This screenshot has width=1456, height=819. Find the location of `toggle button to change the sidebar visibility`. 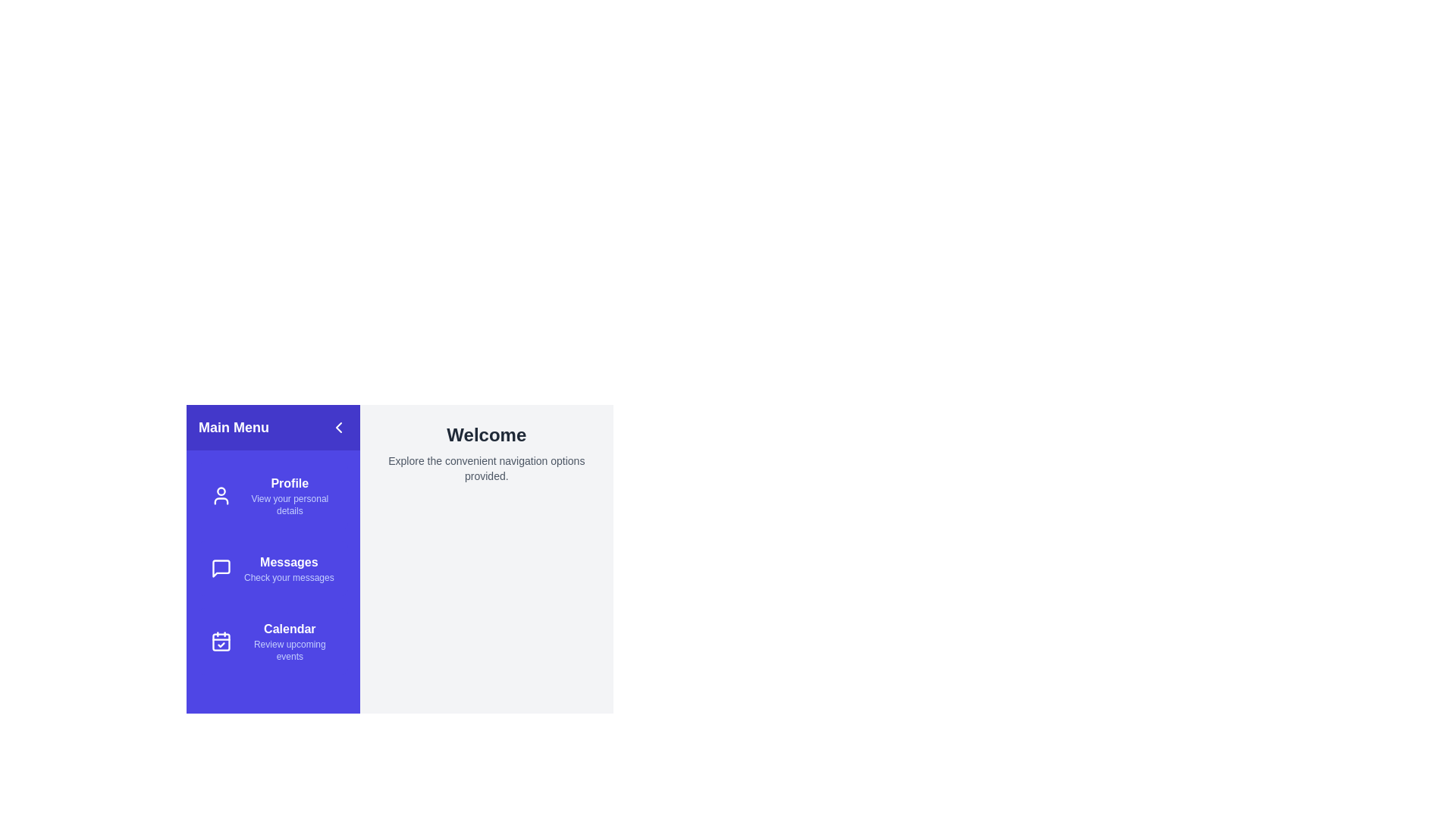

toggle button to change the sidebar visibility is located at coordinates (337, 427).